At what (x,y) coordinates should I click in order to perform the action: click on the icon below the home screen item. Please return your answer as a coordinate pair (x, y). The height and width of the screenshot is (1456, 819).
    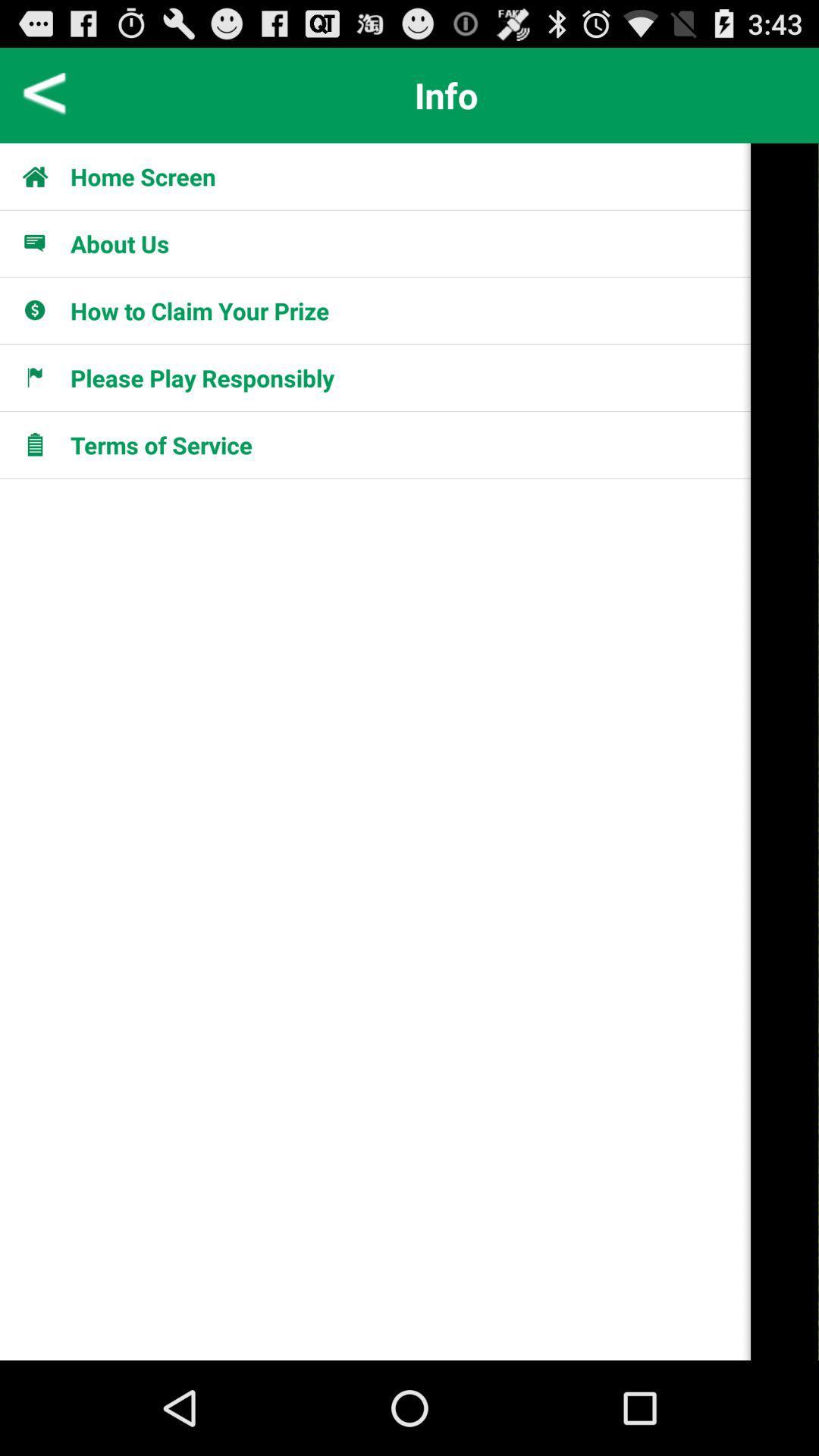
    Looking at the image, I should click on (42, 243).